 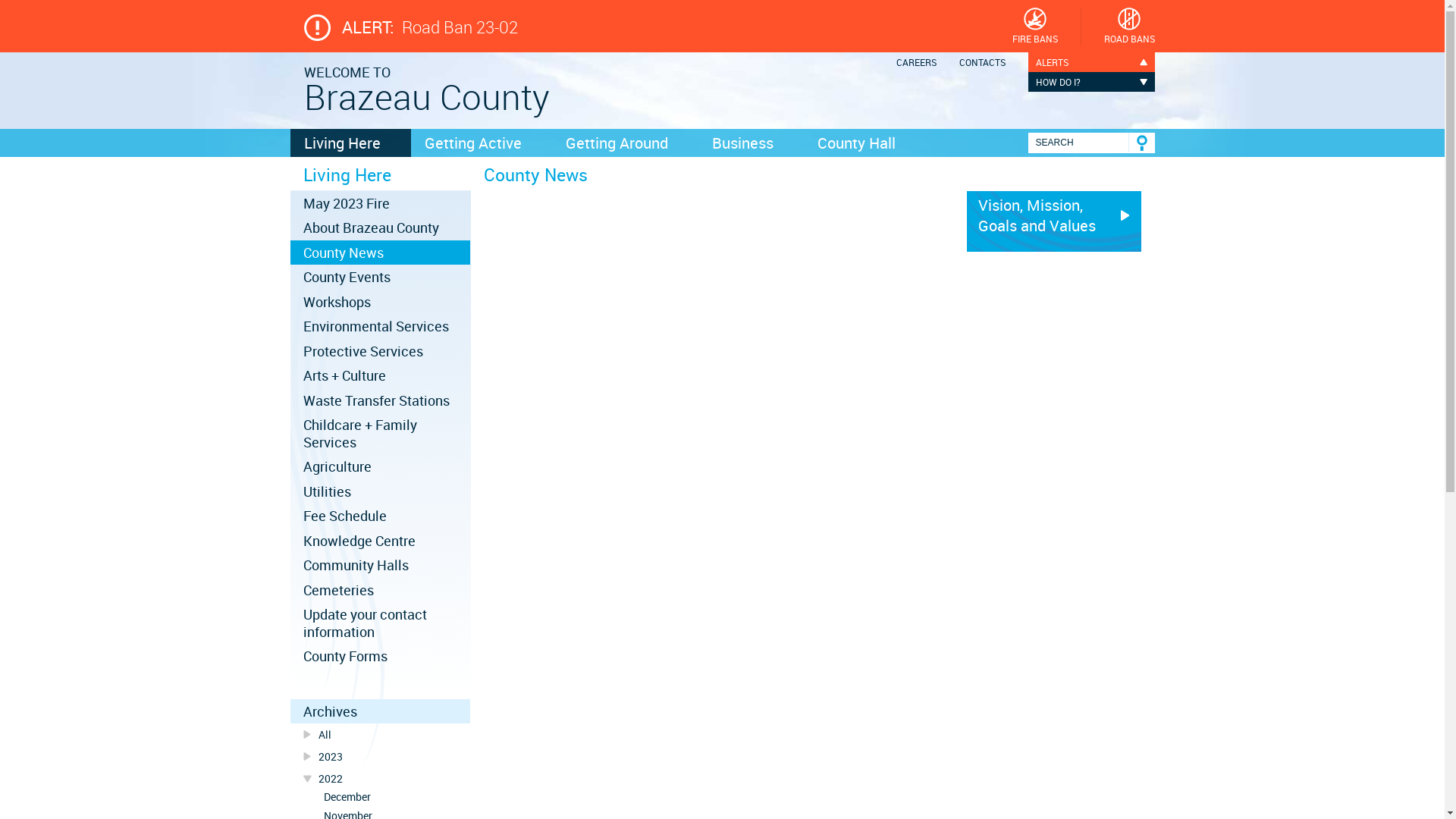 I want to click on 'May 2023 Fire', so click(x=379, y=202).